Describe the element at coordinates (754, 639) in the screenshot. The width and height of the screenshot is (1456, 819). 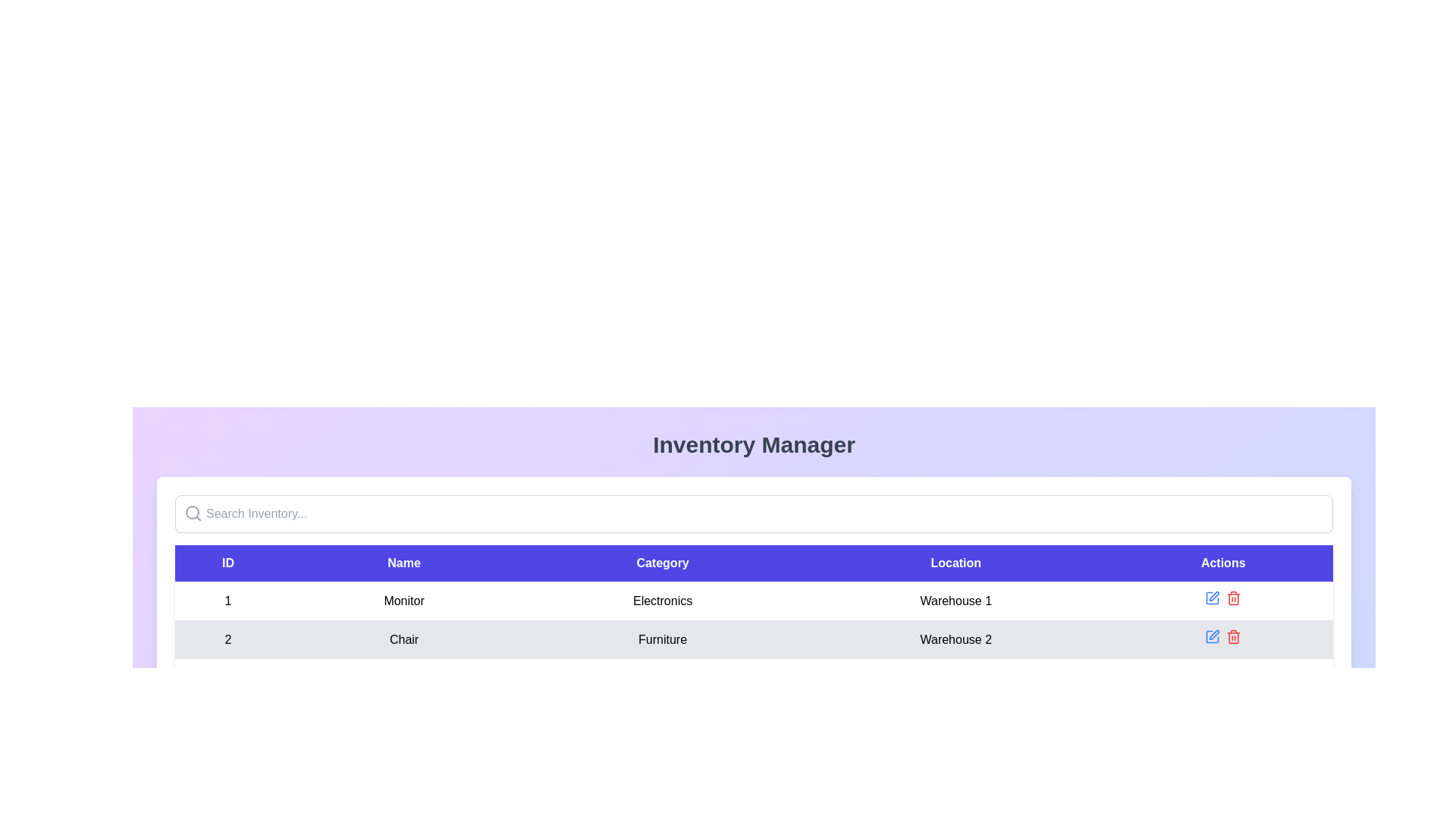
I see `displayed information from the second row of the data table that contains the item with ID '2', which includes the name 'Chair', category 'Furniture', and location 'Warehouse 2'` at that location.